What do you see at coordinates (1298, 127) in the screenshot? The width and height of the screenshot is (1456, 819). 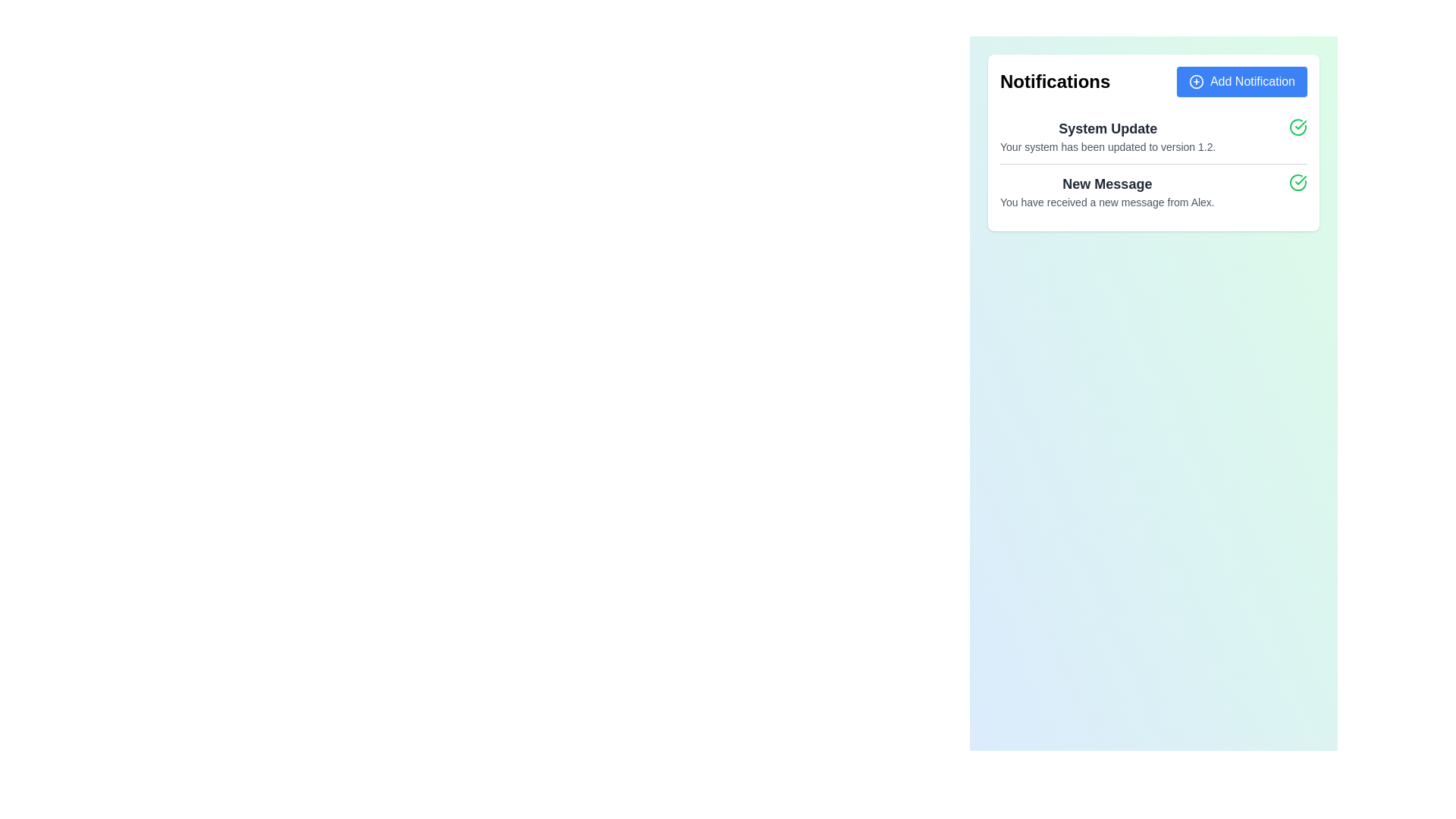 I see `the graphic element indicating confirmation or success within the SVG icon, located to the right end of the 'New Message' notification text` at bounding box center [1298, 127].